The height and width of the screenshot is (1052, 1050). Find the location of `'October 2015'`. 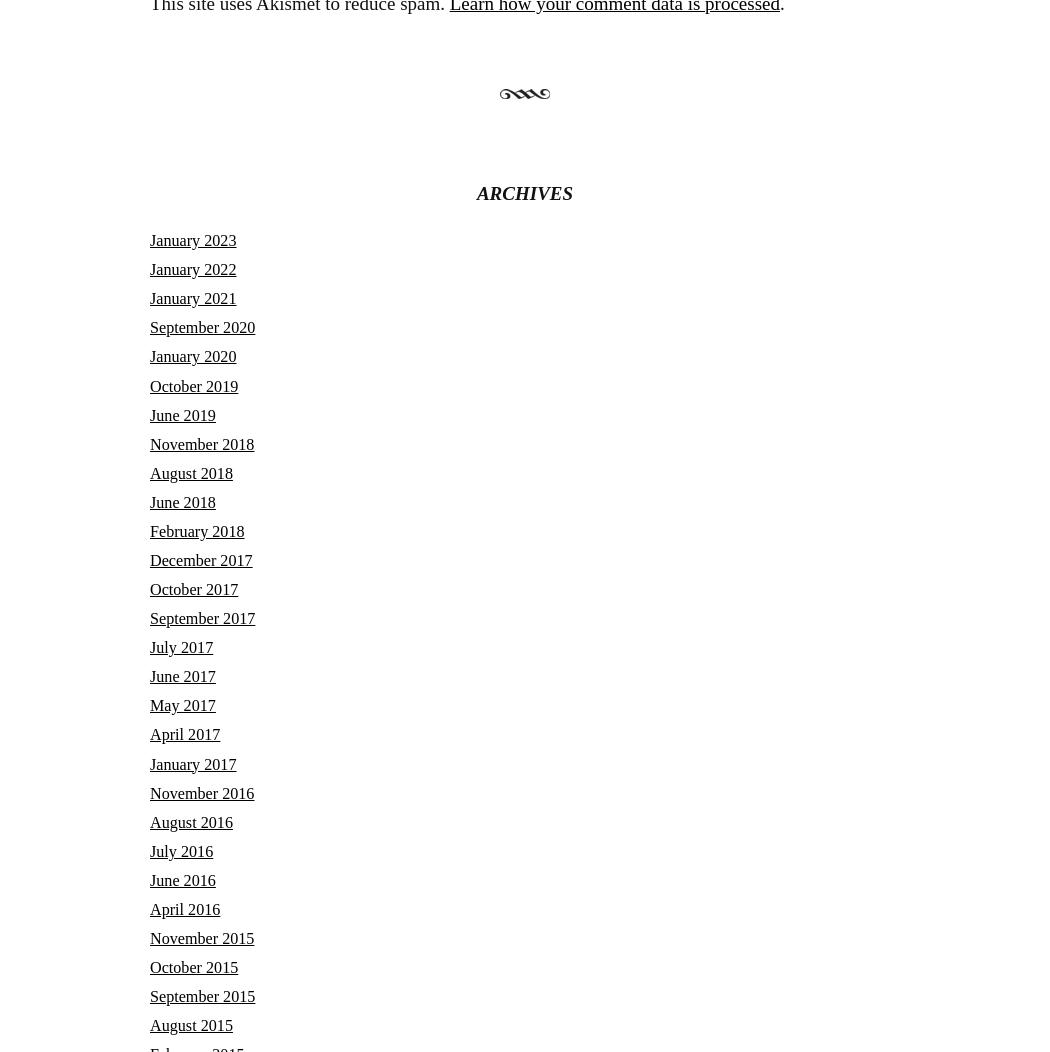

'October 2015' is located at coordinates (193, 967).